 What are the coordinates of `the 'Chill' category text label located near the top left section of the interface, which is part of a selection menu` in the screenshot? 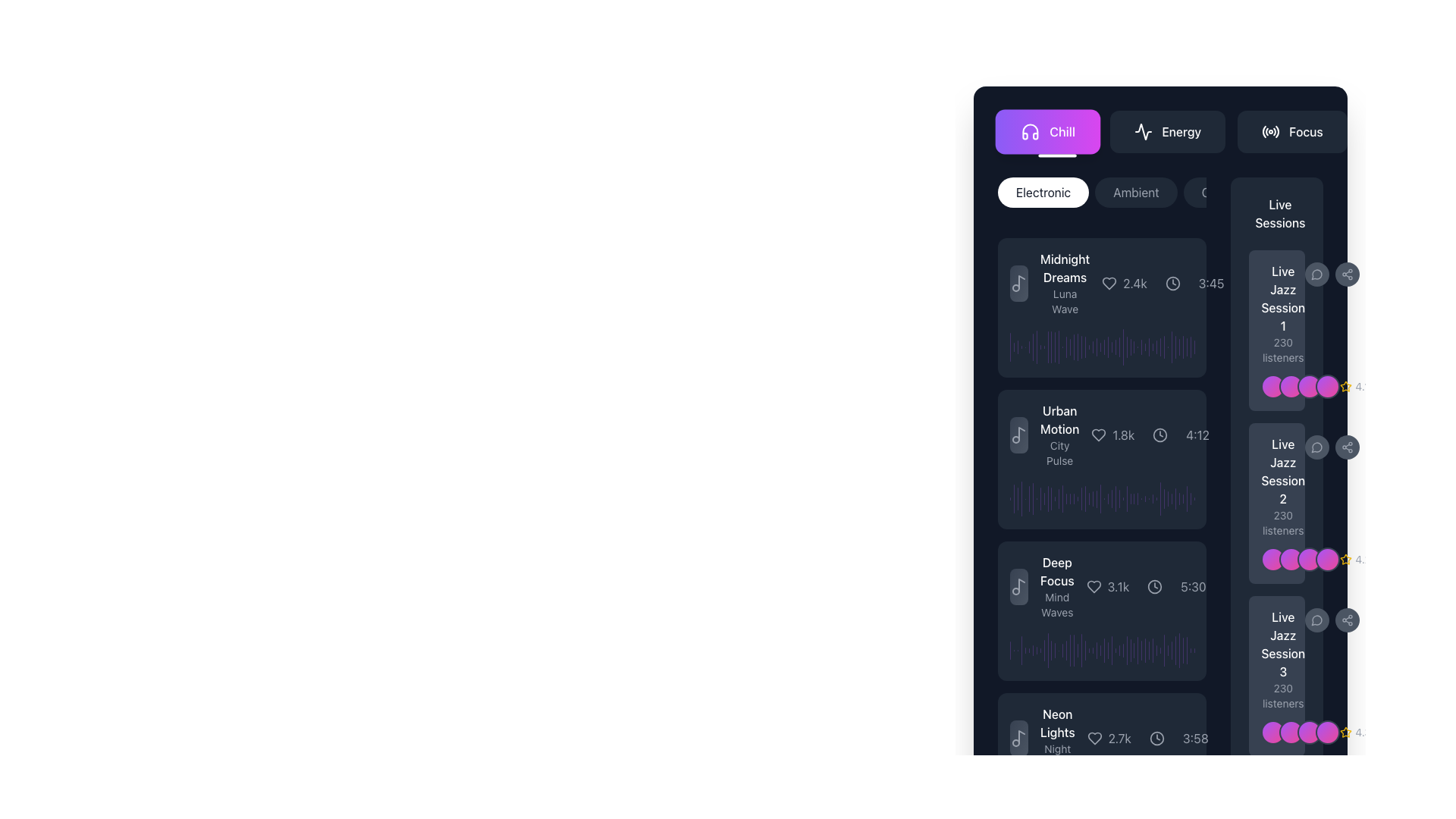 It's located at (1062, 130).